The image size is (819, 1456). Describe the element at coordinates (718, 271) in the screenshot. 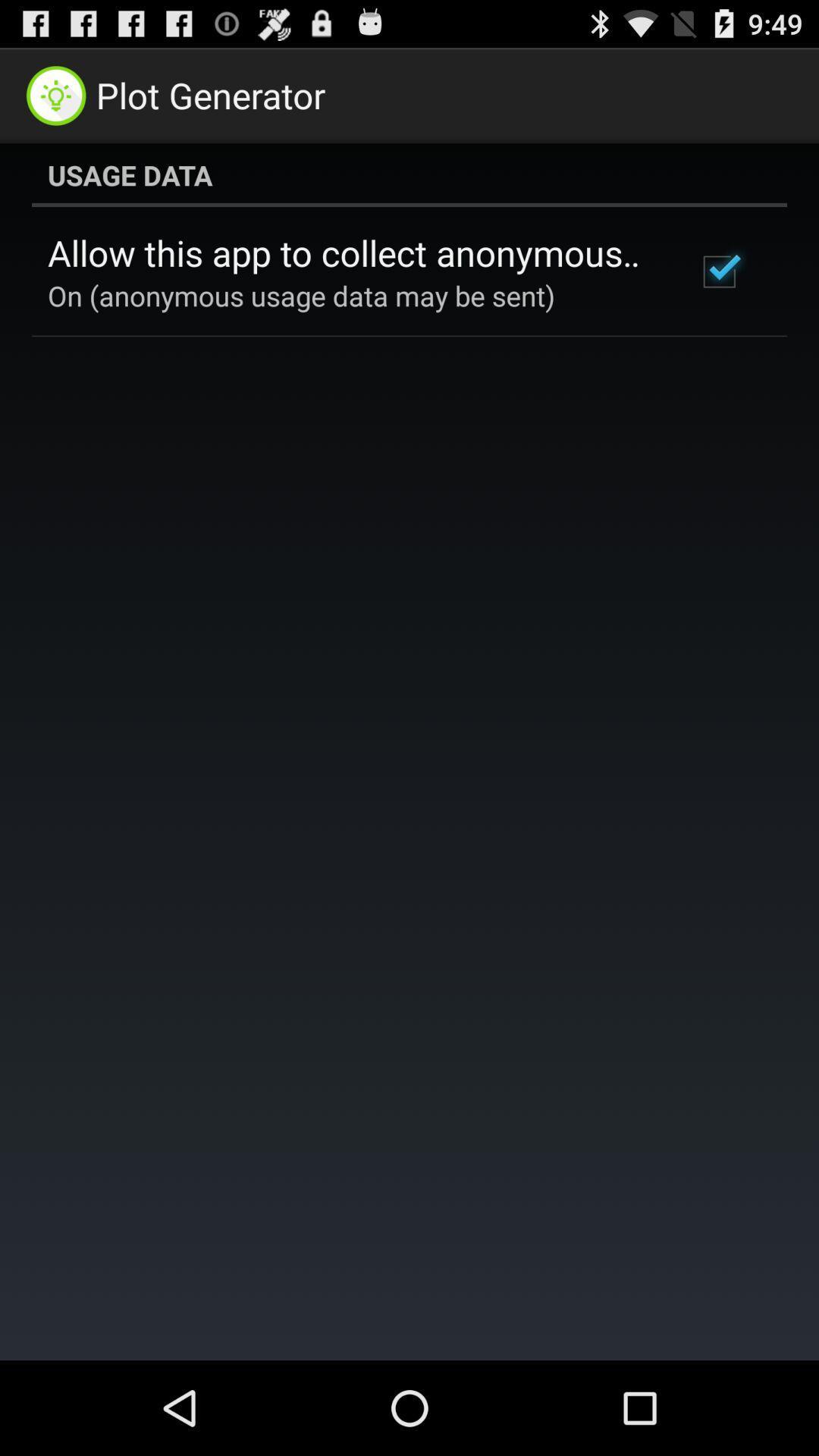

I see `the item next to the allow this app icon` at that location.